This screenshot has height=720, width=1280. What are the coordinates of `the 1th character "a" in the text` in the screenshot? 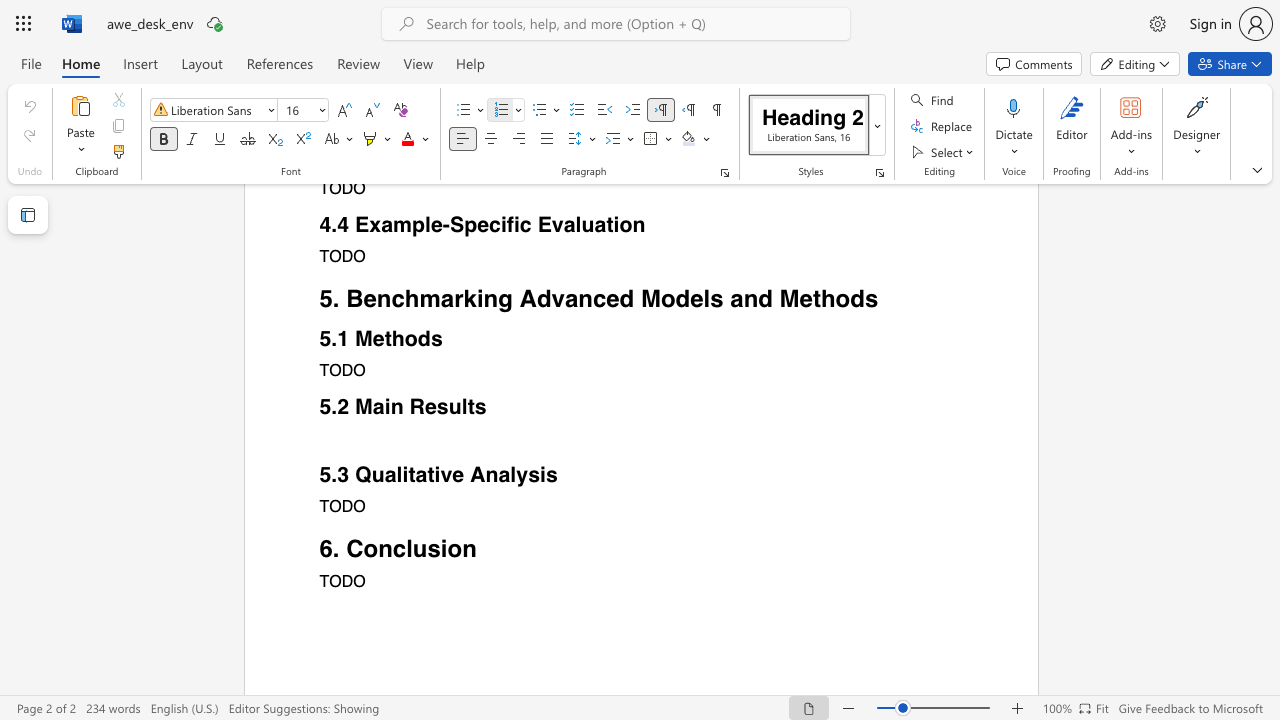 It's located at (390, 475).